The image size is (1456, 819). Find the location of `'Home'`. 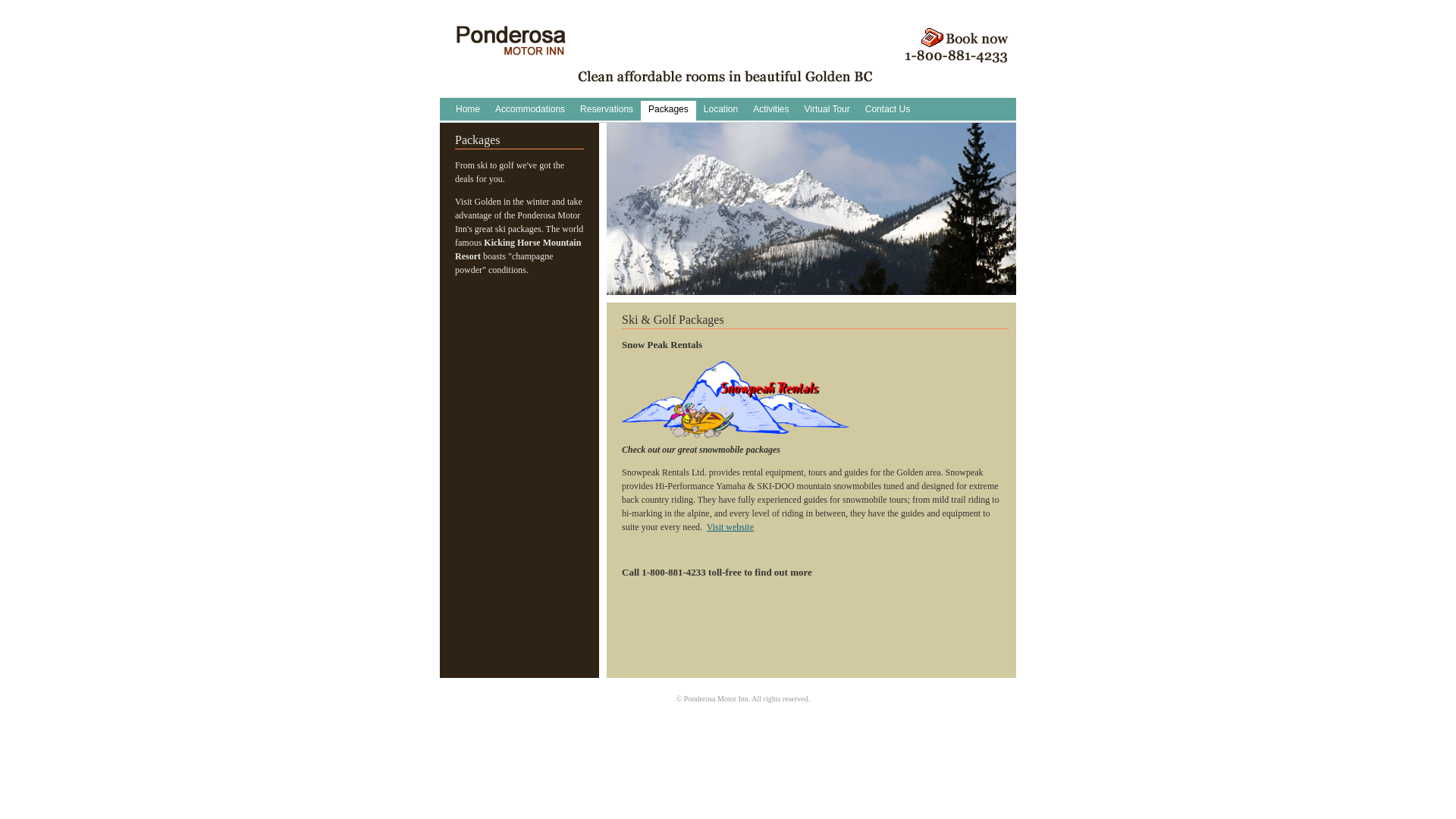

'Home' is located at coordinates (467, 110).